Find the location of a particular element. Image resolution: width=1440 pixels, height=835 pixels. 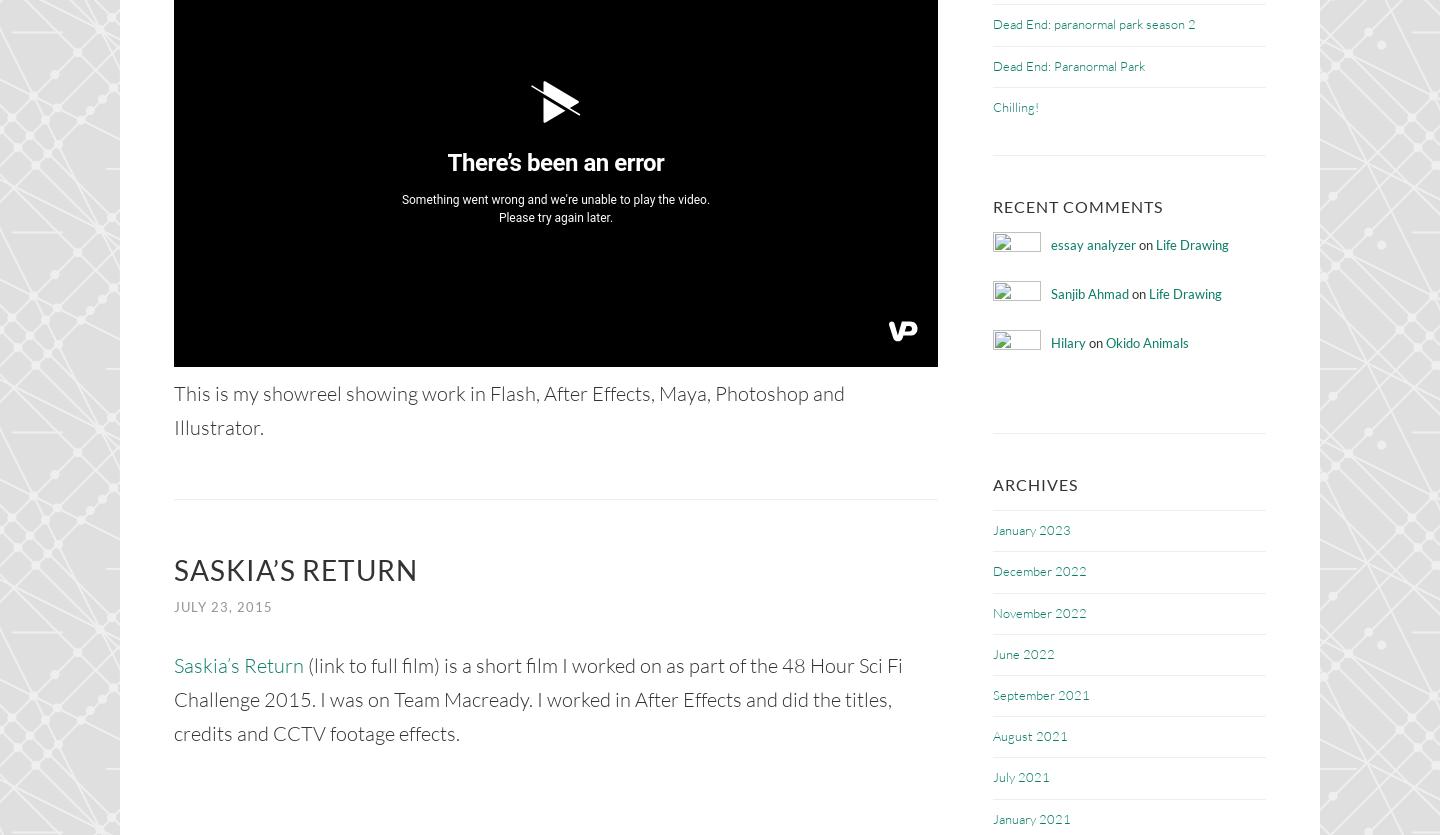

'January 2023' is located at coordinates (1032, 529).